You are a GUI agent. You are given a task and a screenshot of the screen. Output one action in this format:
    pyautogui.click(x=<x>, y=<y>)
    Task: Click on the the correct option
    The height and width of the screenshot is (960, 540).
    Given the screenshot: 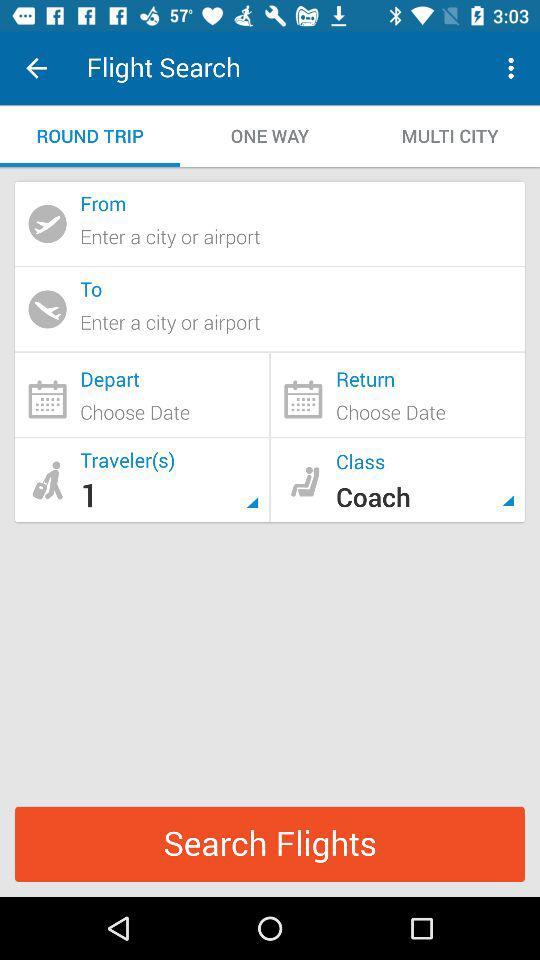 What is the action you would take?
    pyautogui.click(x=397, y=394)
    